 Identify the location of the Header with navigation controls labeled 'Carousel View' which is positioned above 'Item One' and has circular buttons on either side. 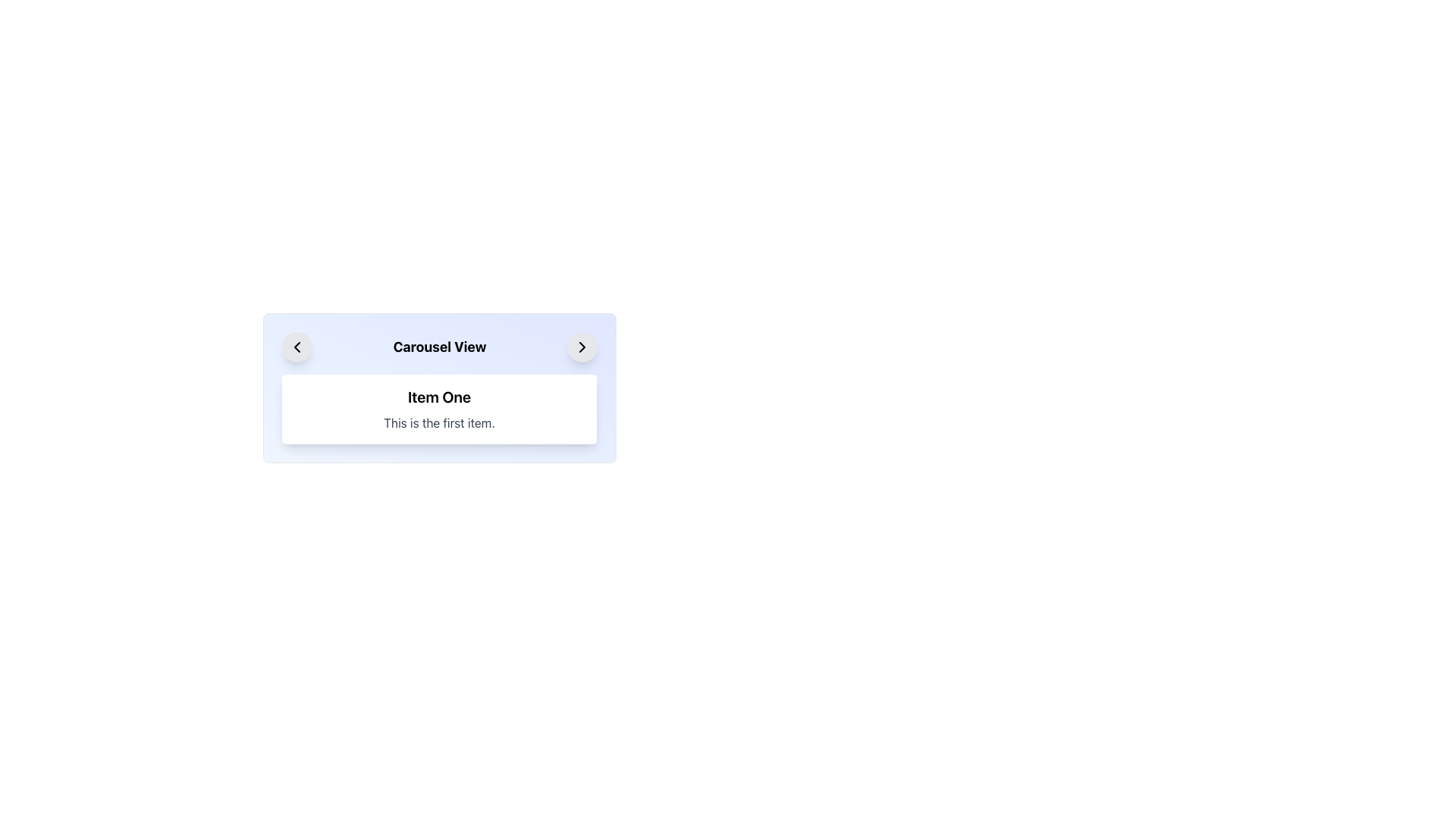
(439, 347).